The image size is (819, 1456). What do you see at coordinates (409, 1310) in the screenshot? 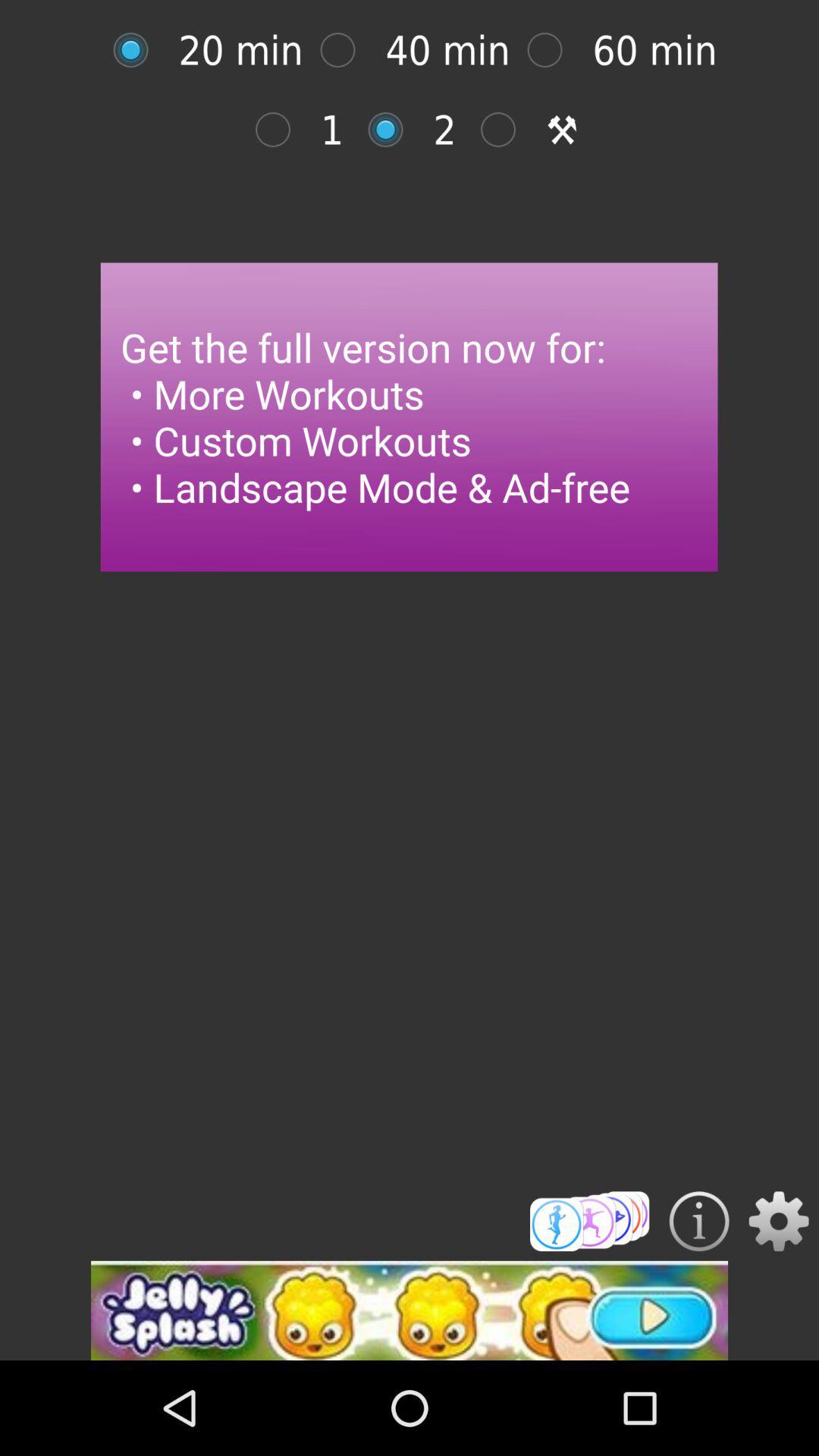
I see `advertisement bar` at bounding box center [409, 1310].